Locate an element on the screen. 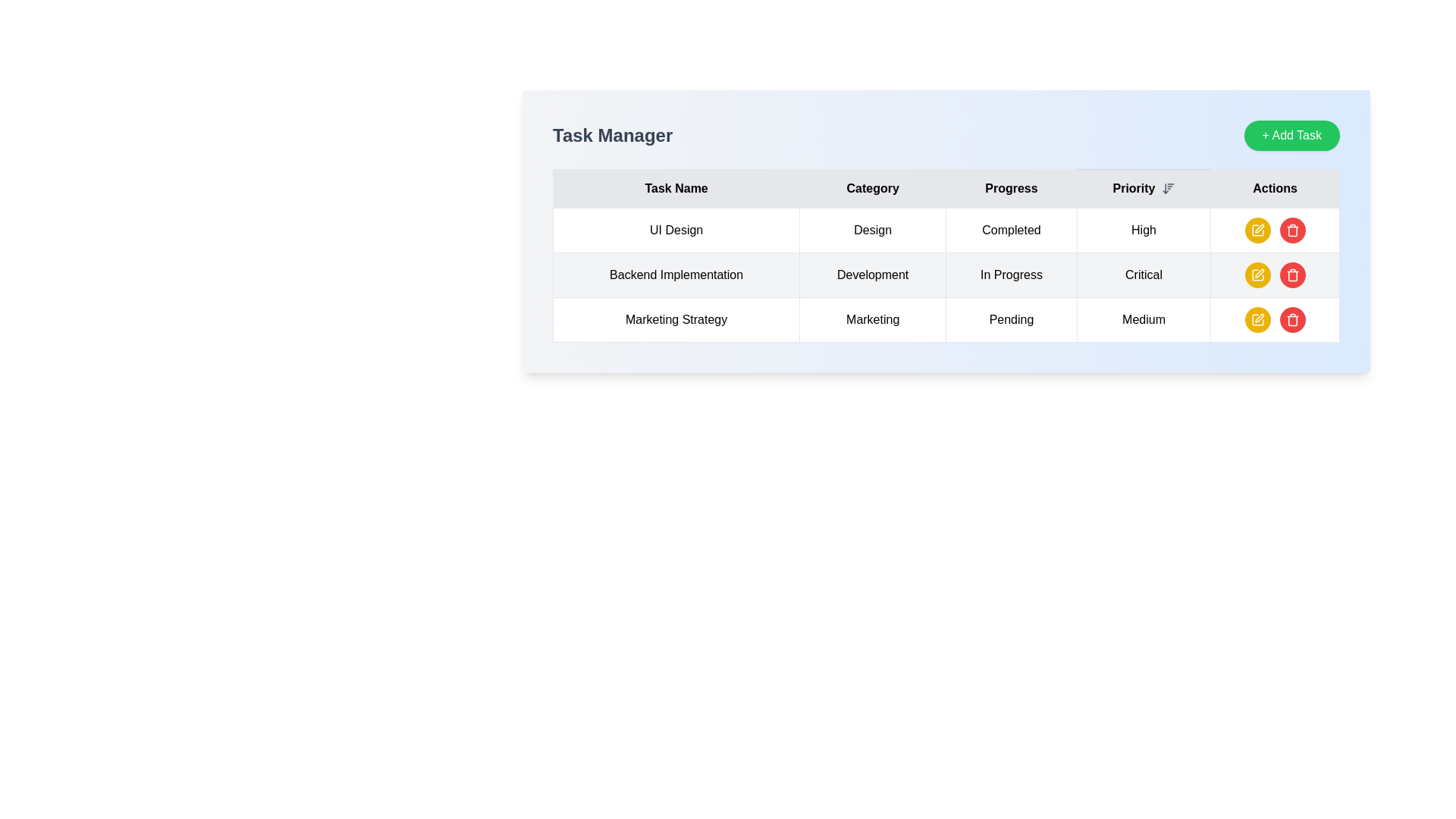  the pencil-shaped icon in the Actions column of the task table is located at coordinates (1259, 271).